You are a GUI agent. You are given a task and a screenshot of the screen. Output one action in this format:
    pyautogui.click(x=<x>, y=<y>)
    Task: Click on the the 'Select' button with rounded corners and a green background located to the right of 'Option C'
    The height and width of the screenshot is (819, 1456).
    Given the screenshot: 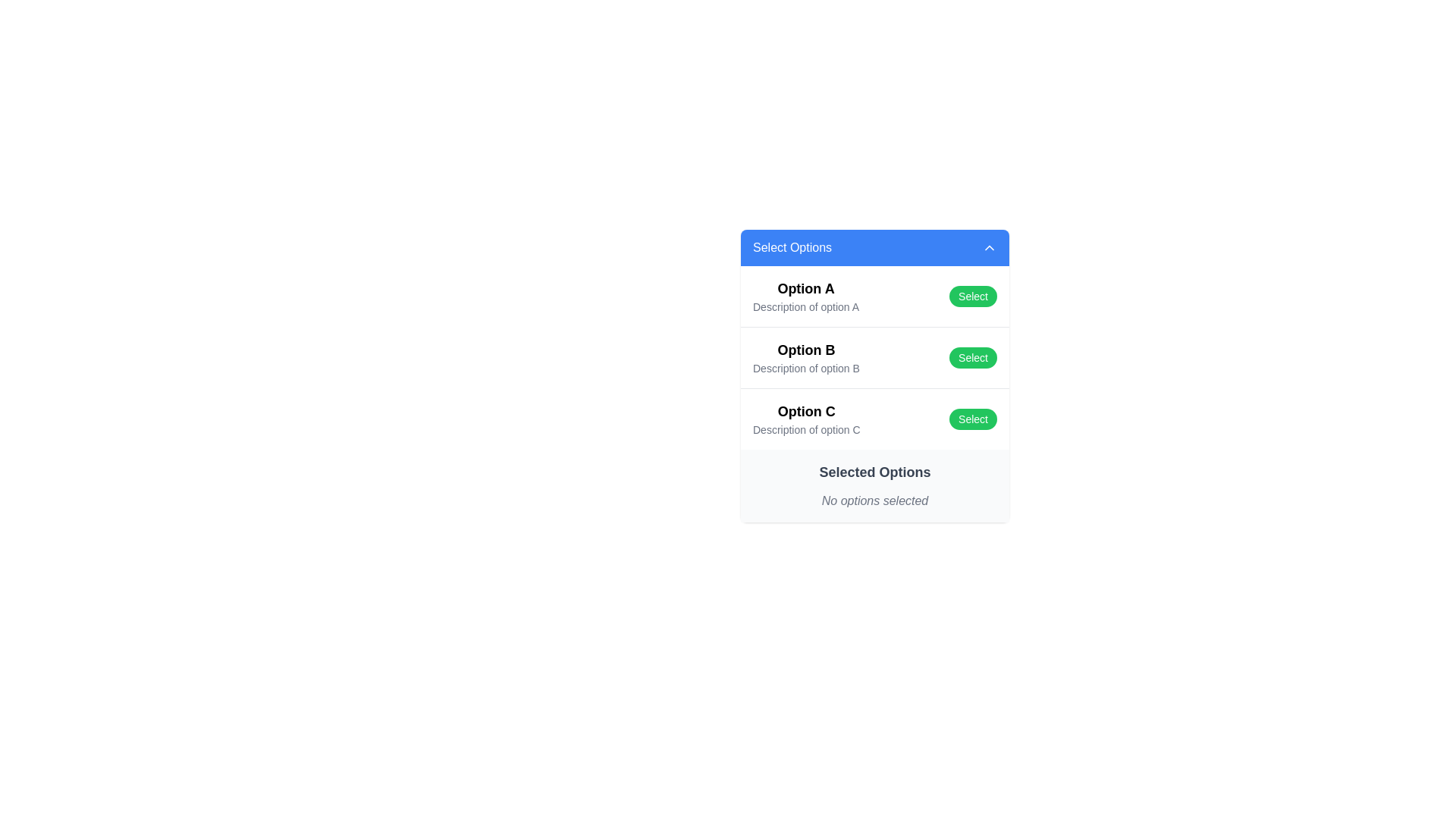 What is the action you would take?
    pyautogui.click(x=973, y=419)
    